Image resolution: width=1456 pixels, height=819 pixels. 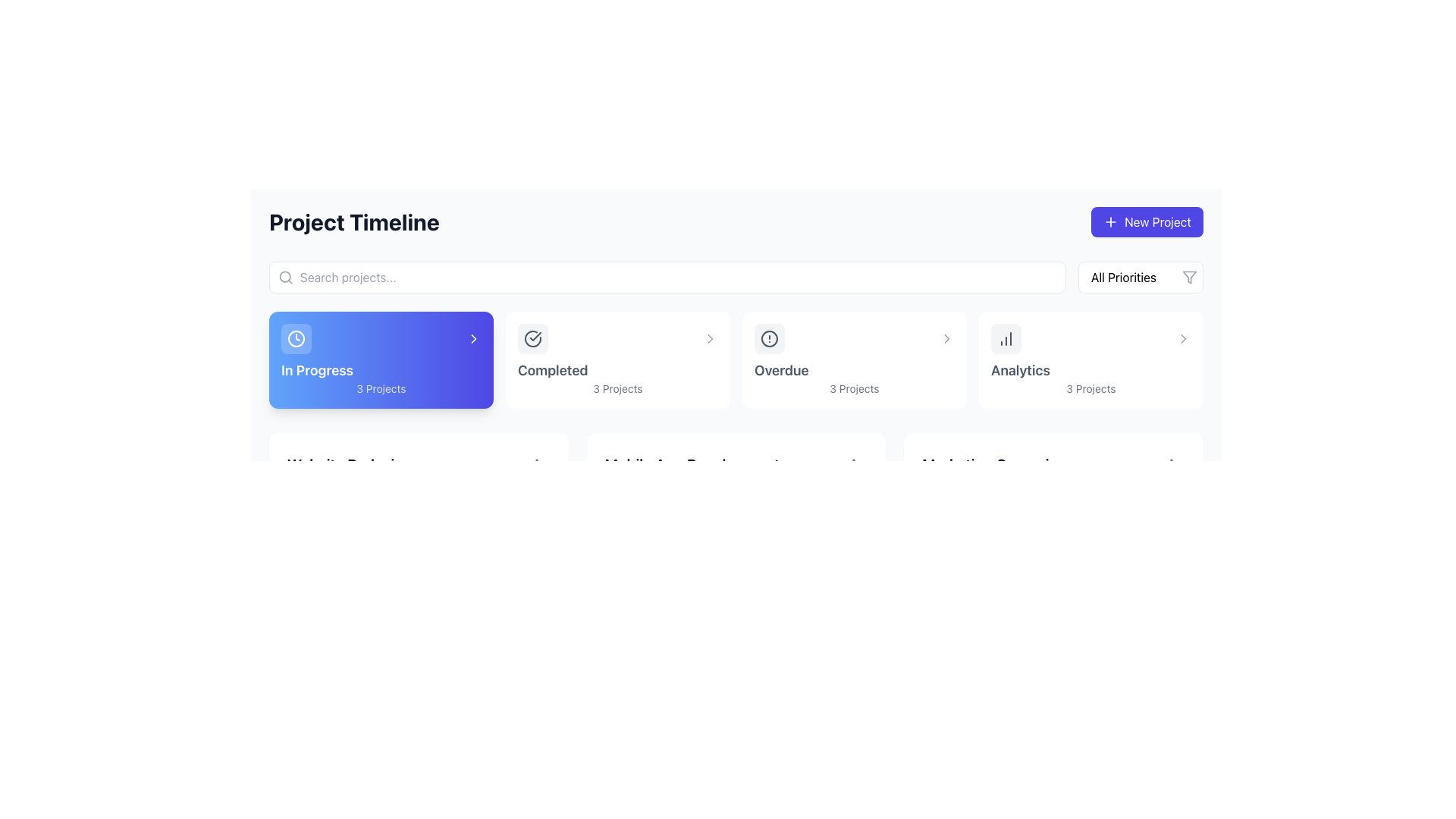 I want to click on the circular clock icon located in the top-left corner of the 'In Progress' card for additional information, so click(x=296, y=338).